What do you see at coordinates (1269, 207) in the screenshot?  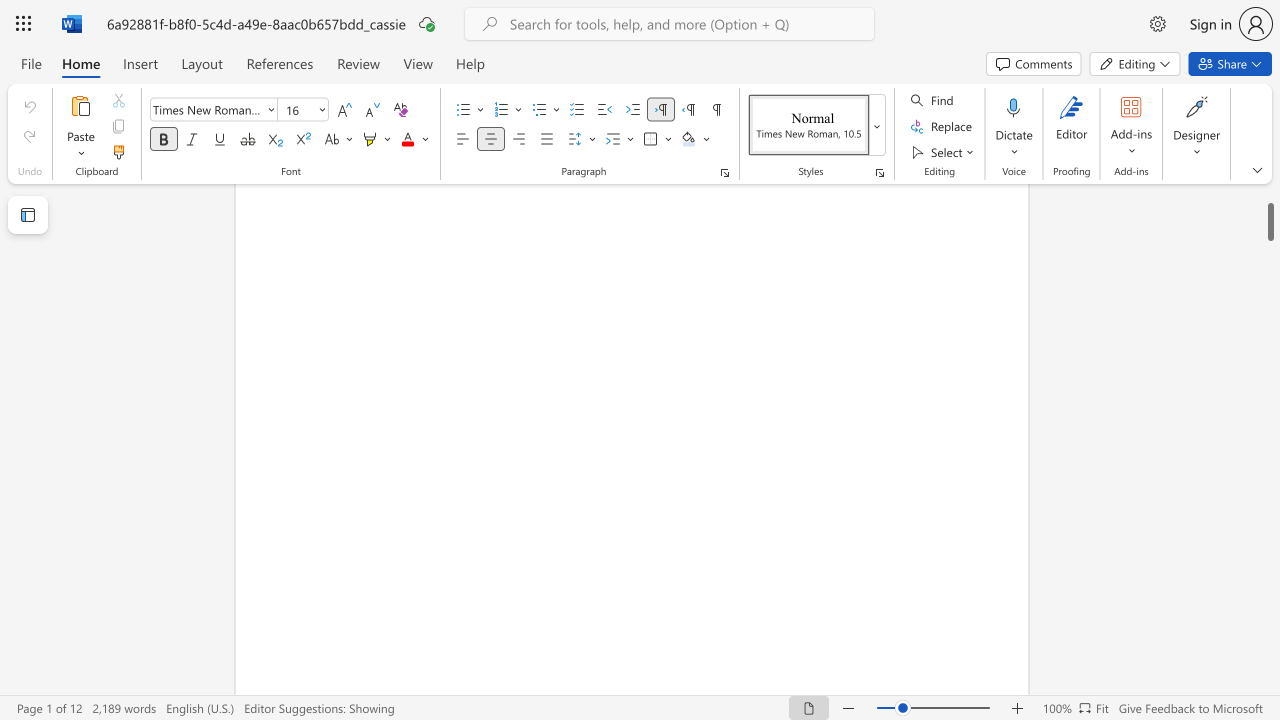 I see `the scrollbar and move up 380 pixels` at bounding box center [1269, 207].